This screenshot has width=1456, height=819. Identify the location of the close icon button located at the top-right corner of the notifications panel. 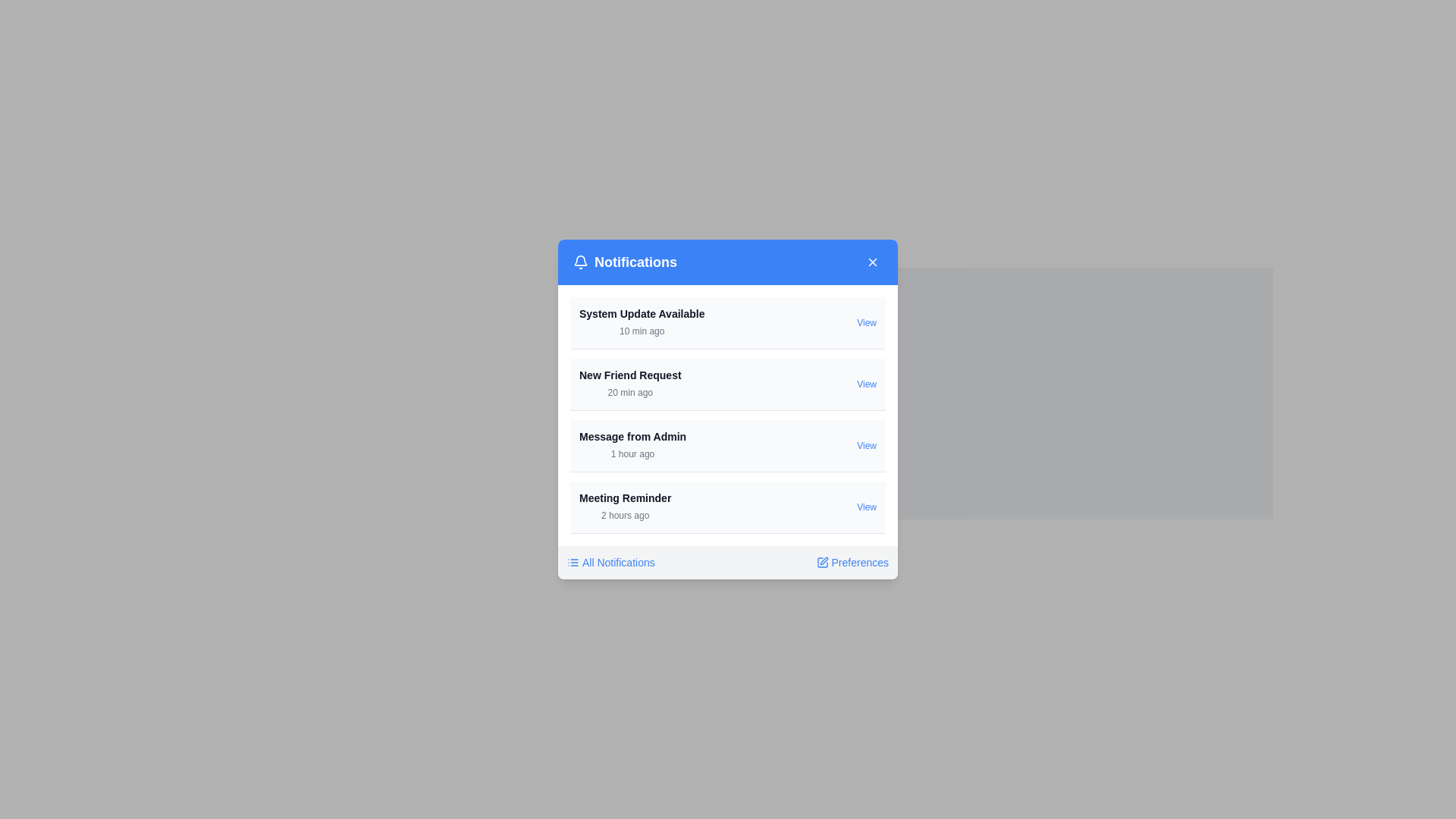
(873, 262).